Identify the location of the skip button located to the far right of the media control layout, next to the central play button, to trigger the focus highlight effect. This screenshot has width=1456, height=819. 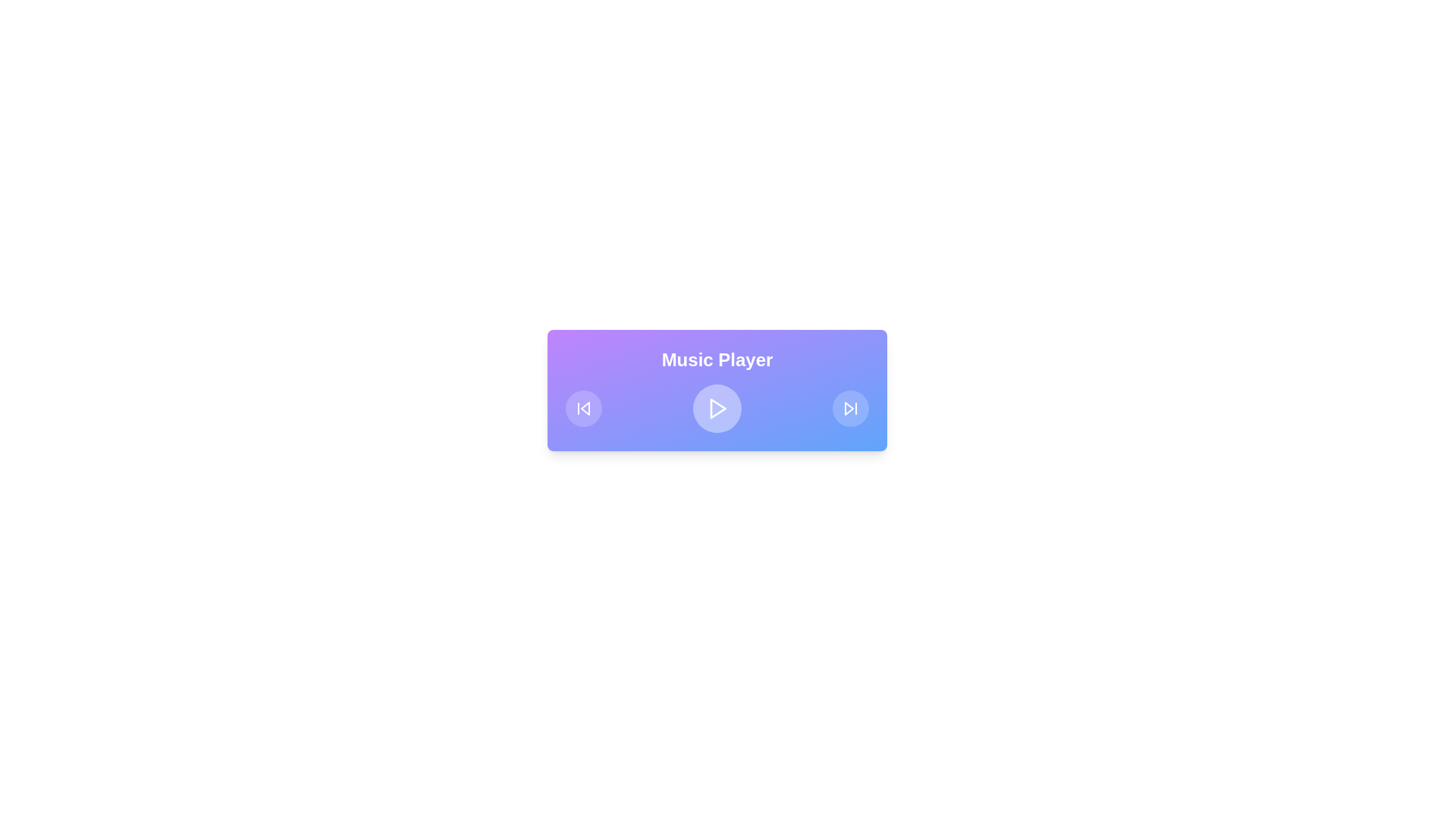
(851, 408).